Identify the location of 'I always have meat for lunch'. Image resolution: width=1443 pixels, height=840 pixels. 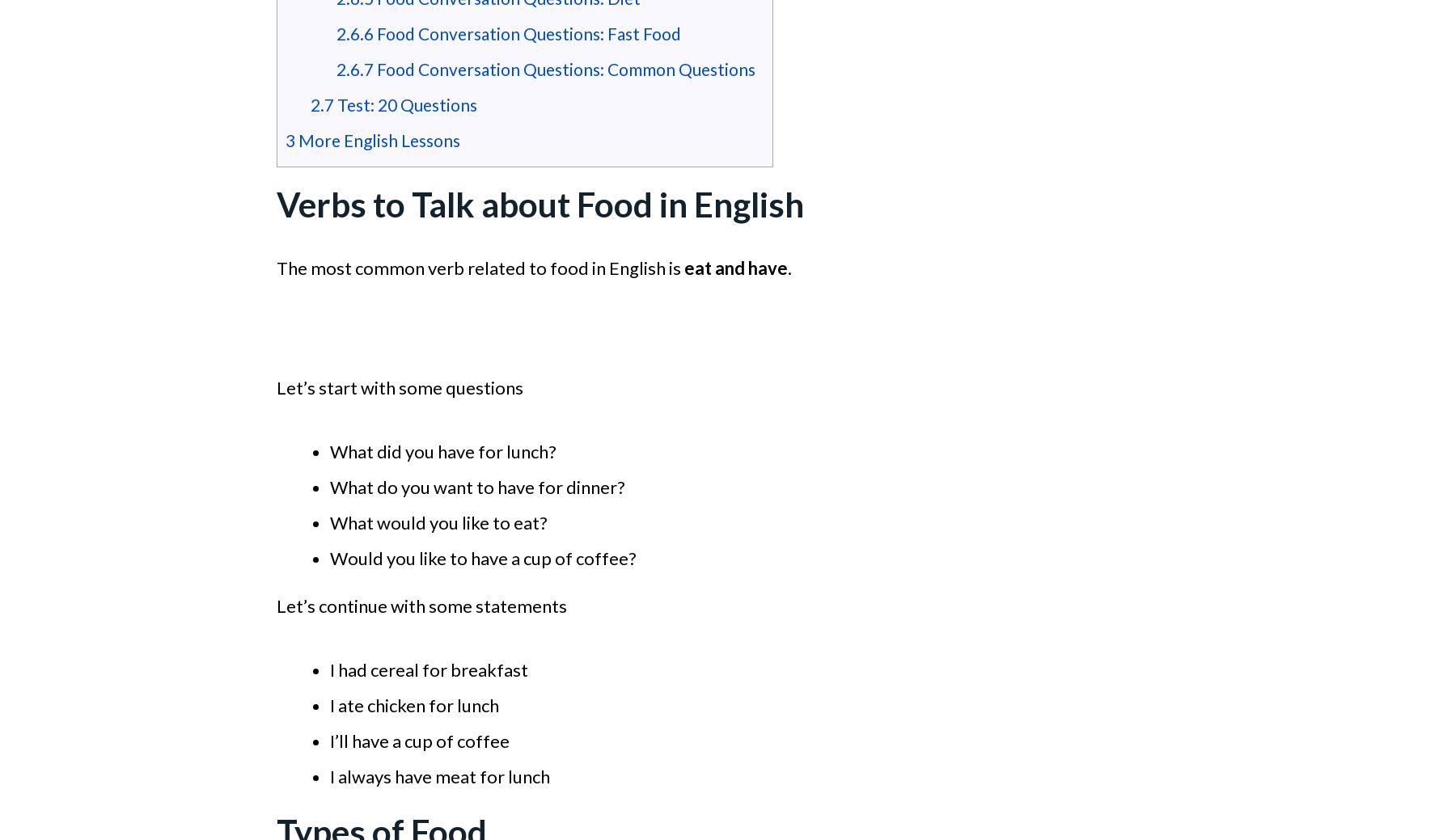
(329, 776).